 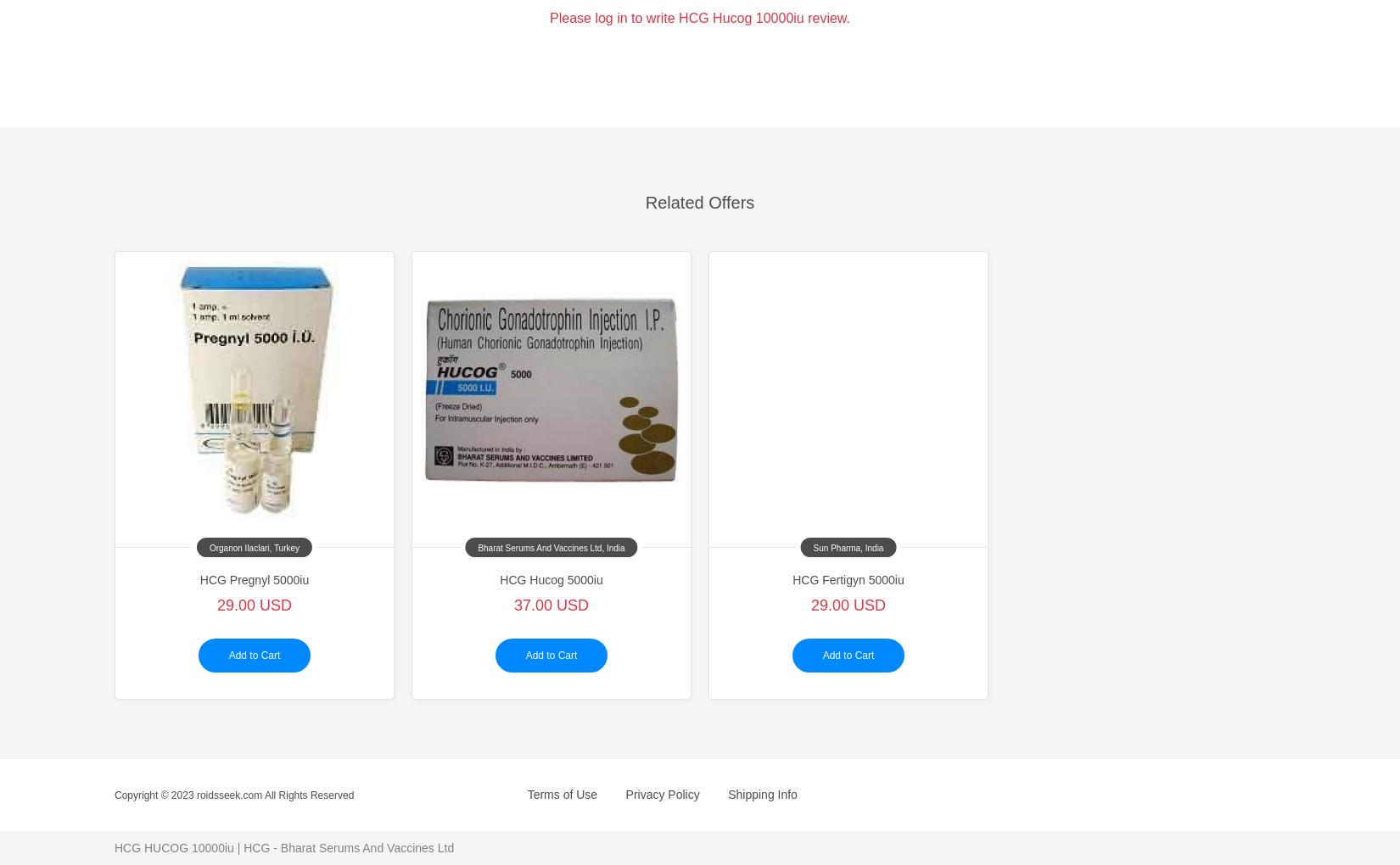 I want to click on 'Shipping Info', so click(x=762, y=793).